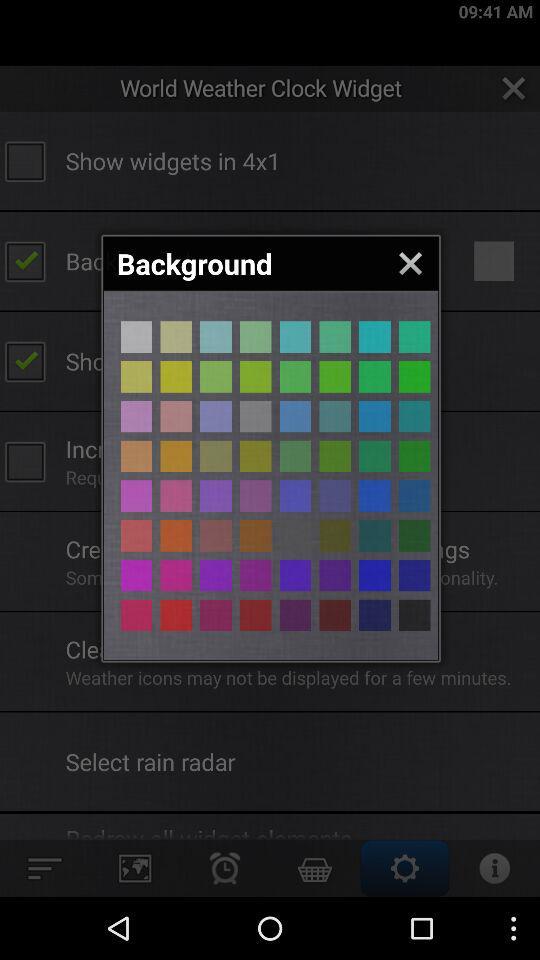 Image resolution: width=540 pixels, height=960 pixels. I want to click on different colour page, so click(294, 614).